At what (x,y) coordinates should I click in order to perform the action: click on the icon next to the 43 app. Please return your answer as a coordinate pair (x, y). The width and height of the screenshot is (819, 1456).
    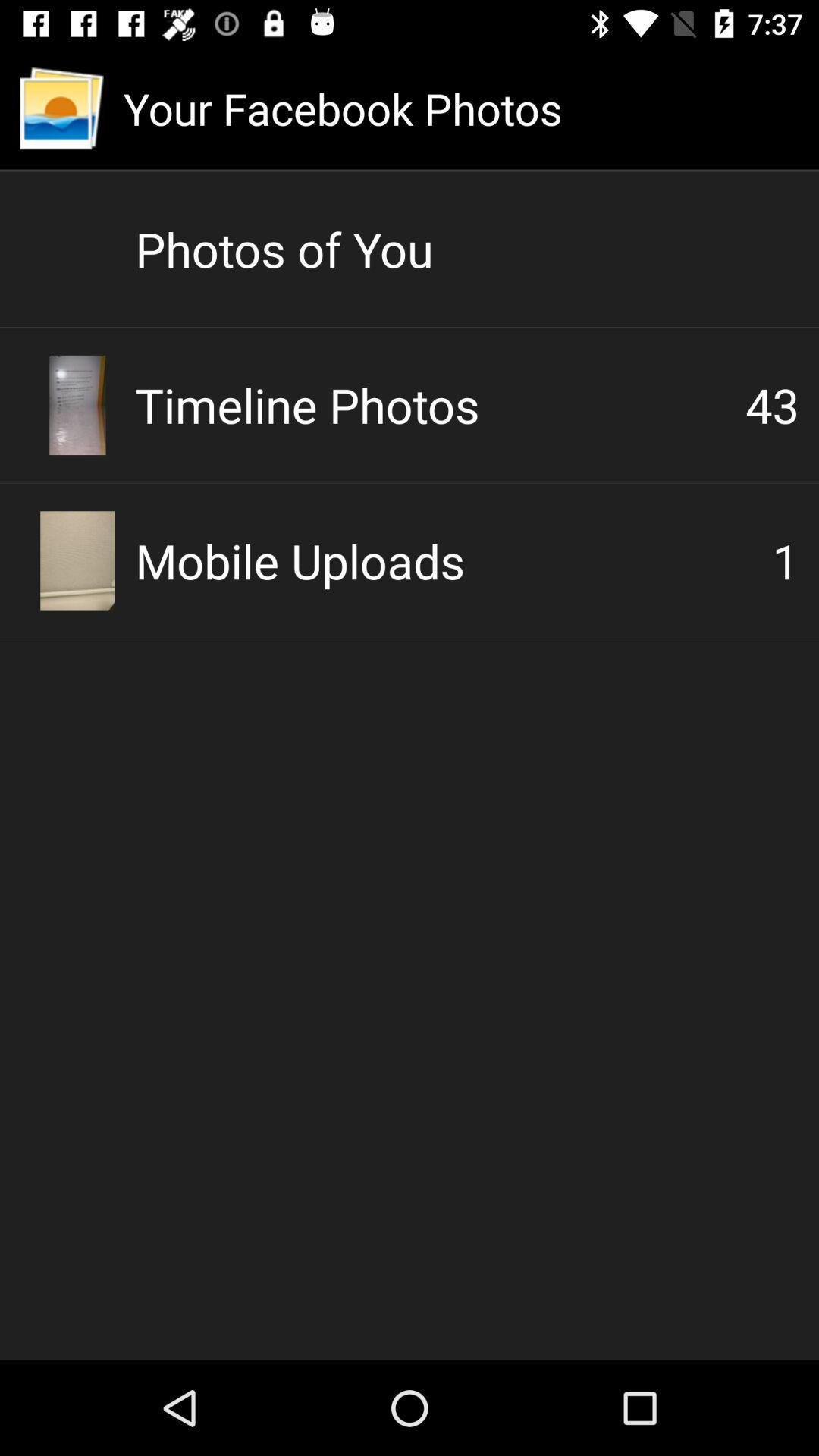
    Looking at the image, I should click on (440, 404).